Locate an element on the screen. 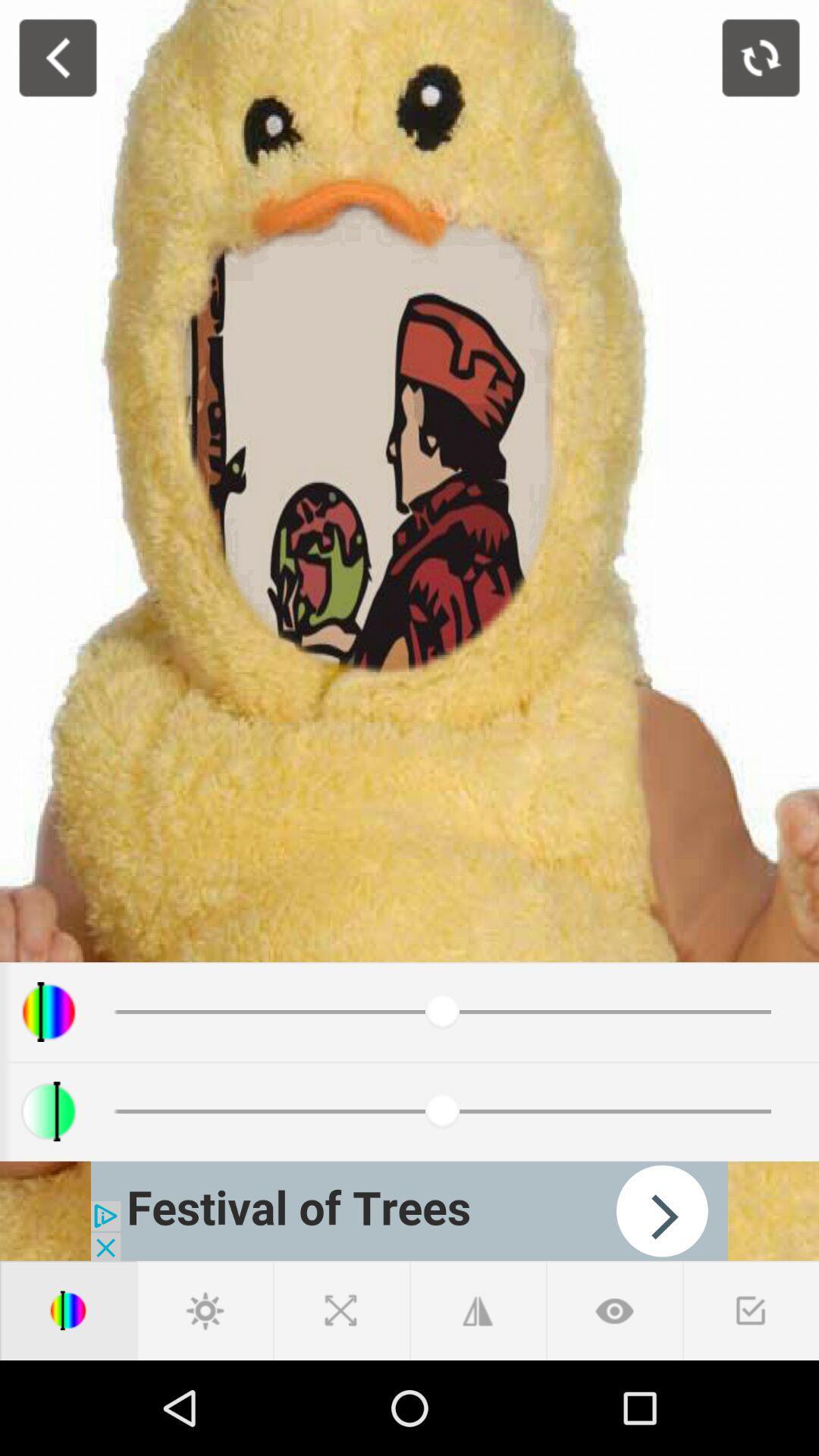 The image size is (819, 1456). autoplay option is located at coordinates (409, 1210).